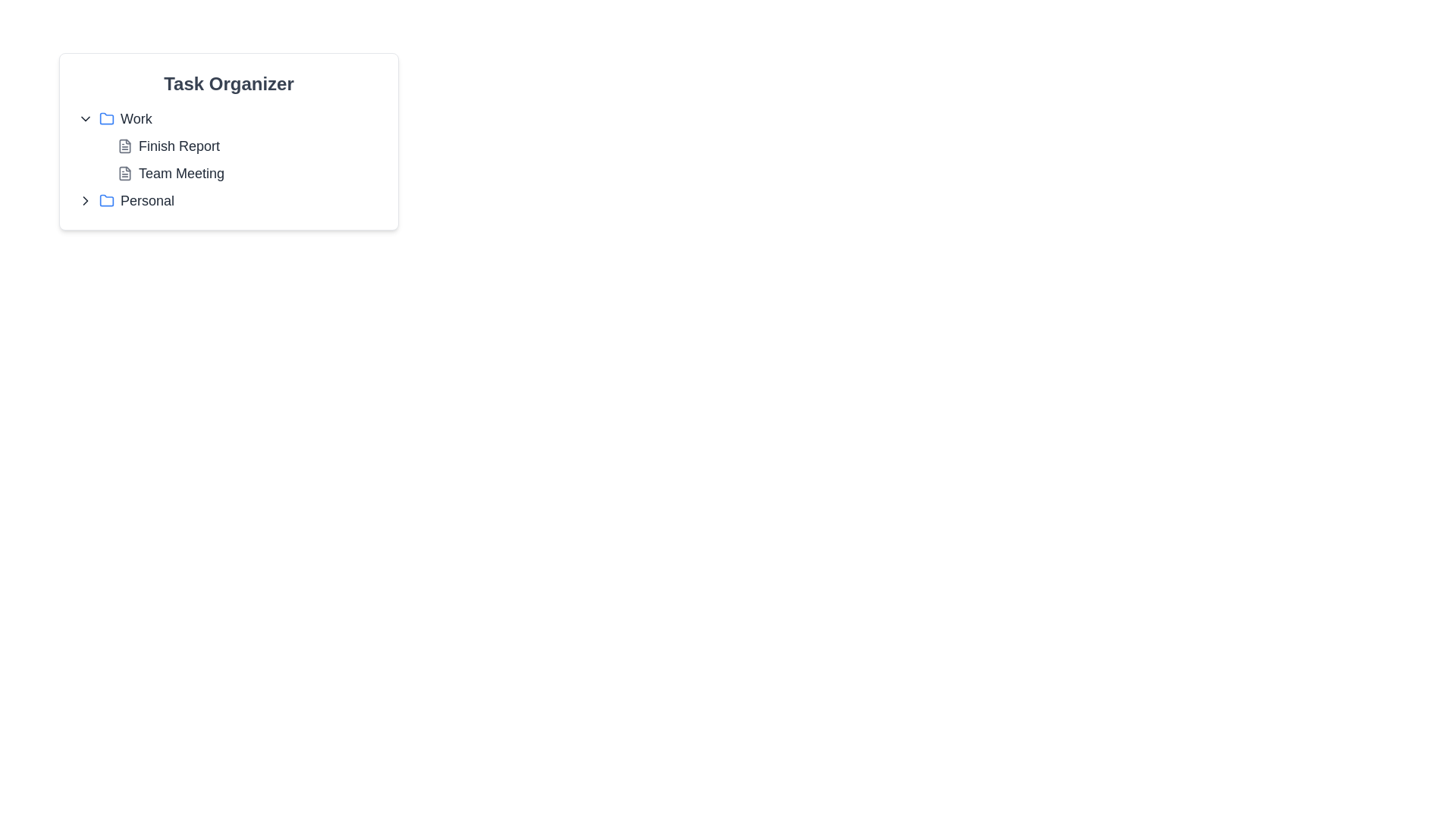 Image resolution: width=1456 pixels, height=819 pixels. Describe the element at coordinates (124, 146) in the screenshot. I see `the light gray file icon with a folded top-right corner located to the left of the 'Finish Report' text under the 'Work' folder` at that location.